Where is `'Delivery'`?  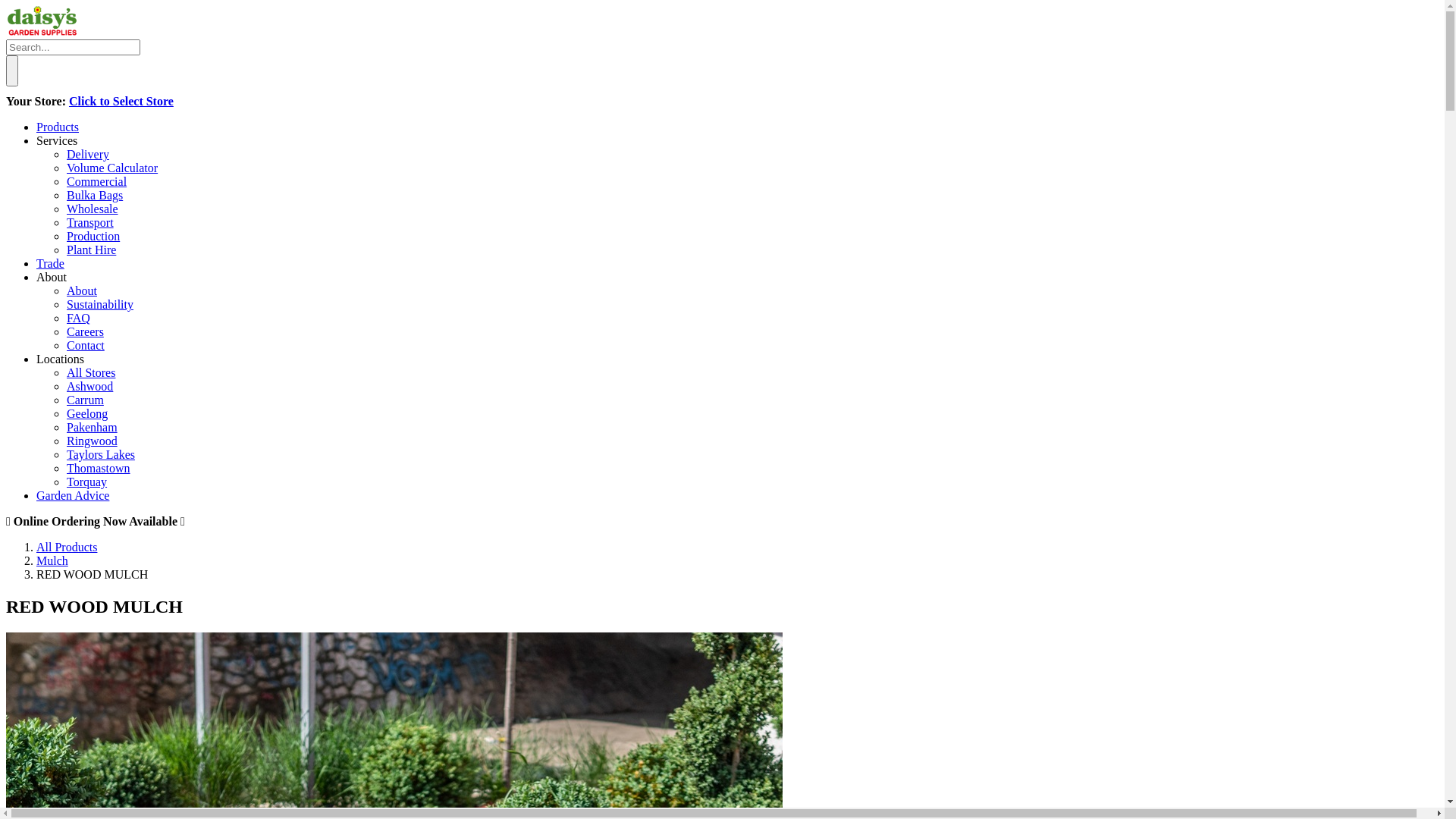
'Delivery' is located at coordinates (65, 154).